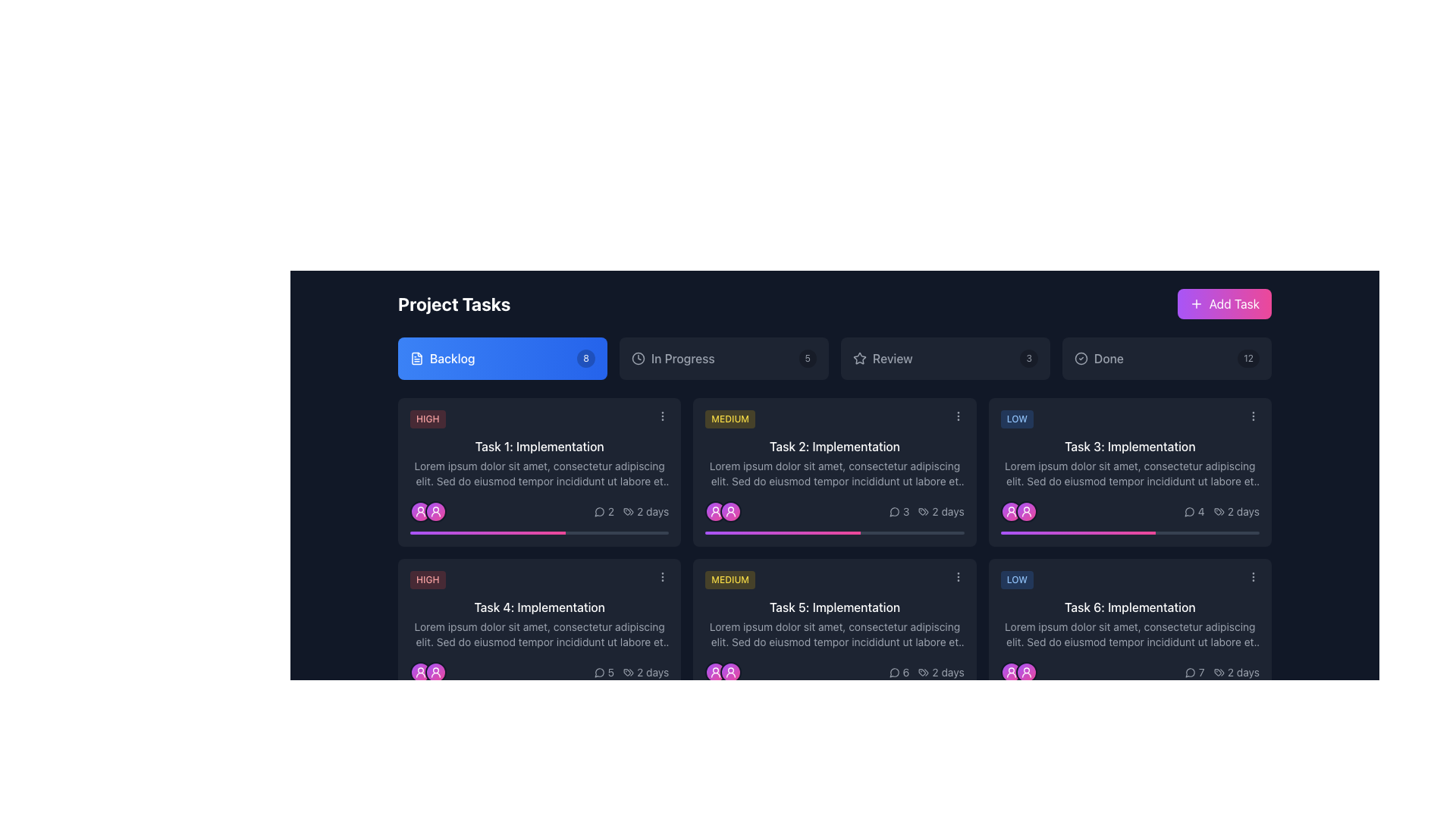 The width and height of the screenshot is (1456, 819). I want to click on the rounded graphical component with a gradient background transitioning from purple to pink, which contains a white user outline icon. This element is the second in a horizontal arrangement of circular user icons on the left side of the second task card in the backlog category, so click(435, 512).